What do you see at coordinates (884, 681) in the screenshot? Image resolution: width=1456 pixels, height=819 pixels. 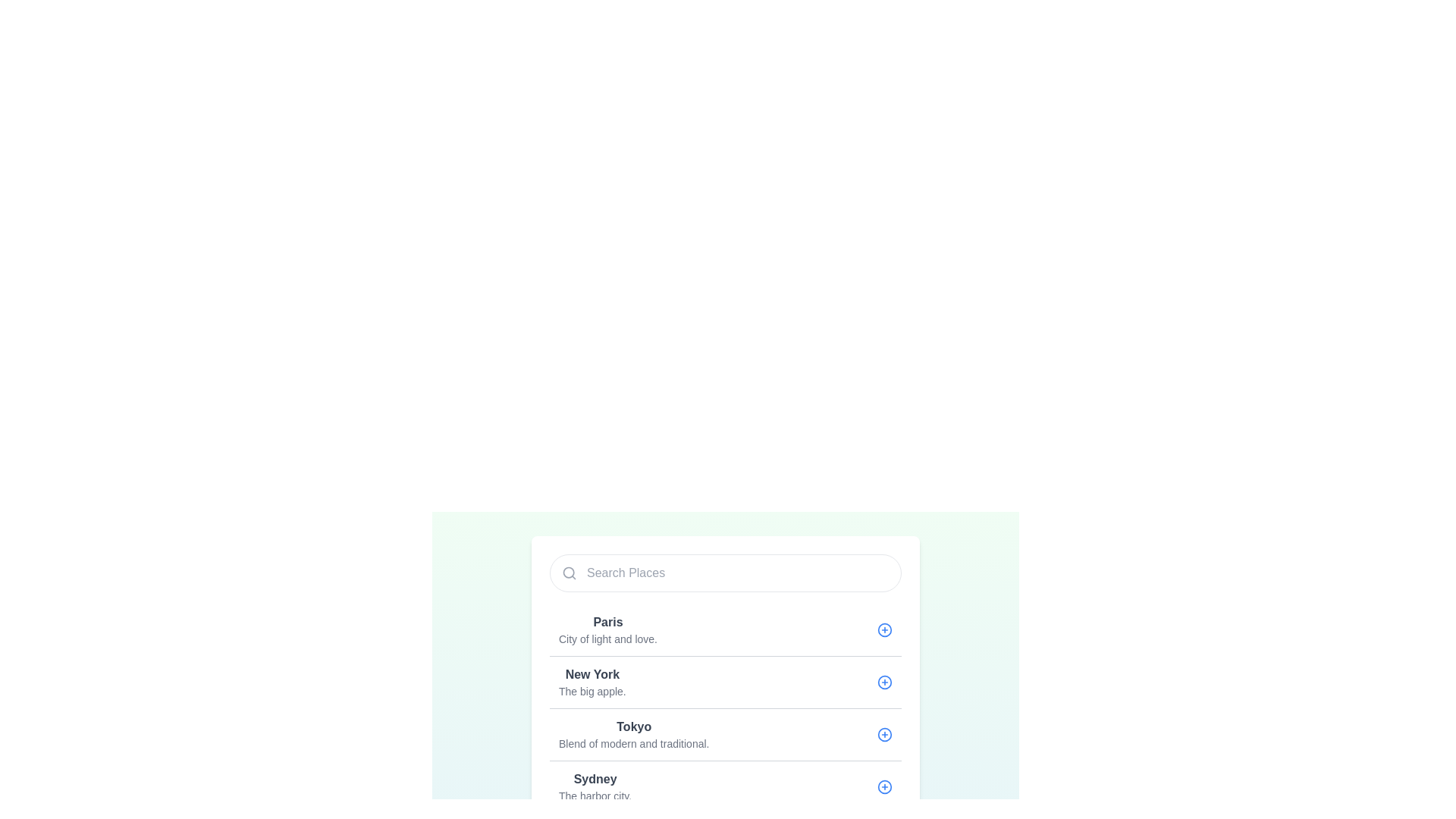 I see `the circular '+' icon within the SVG that is located to the right of the 'New York' label` at bounding box center [884, 681].